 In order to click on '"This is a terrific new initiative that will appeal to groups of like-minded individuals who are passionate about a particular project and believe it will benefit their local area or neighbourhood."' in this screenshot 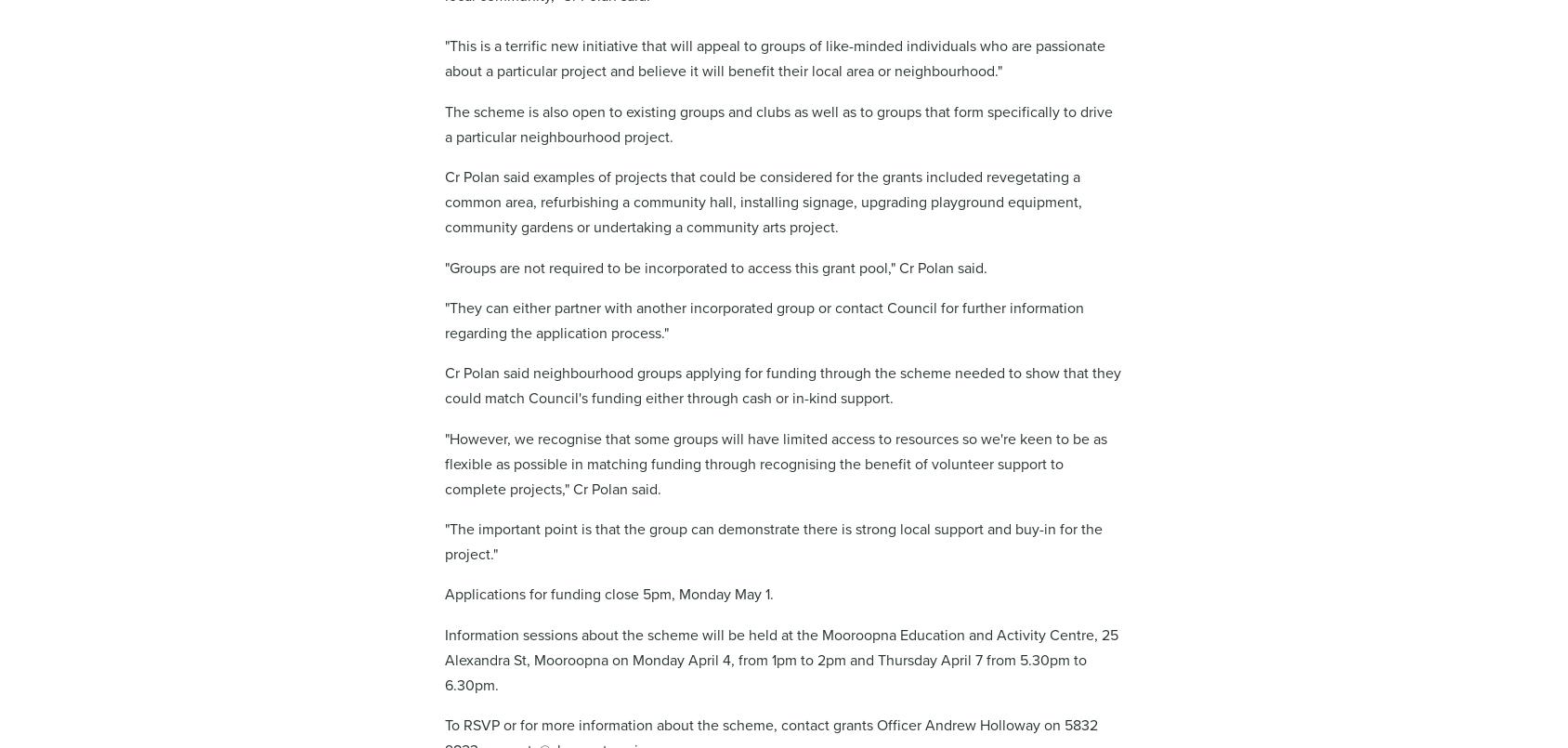, I will do `click(774, 58)`.